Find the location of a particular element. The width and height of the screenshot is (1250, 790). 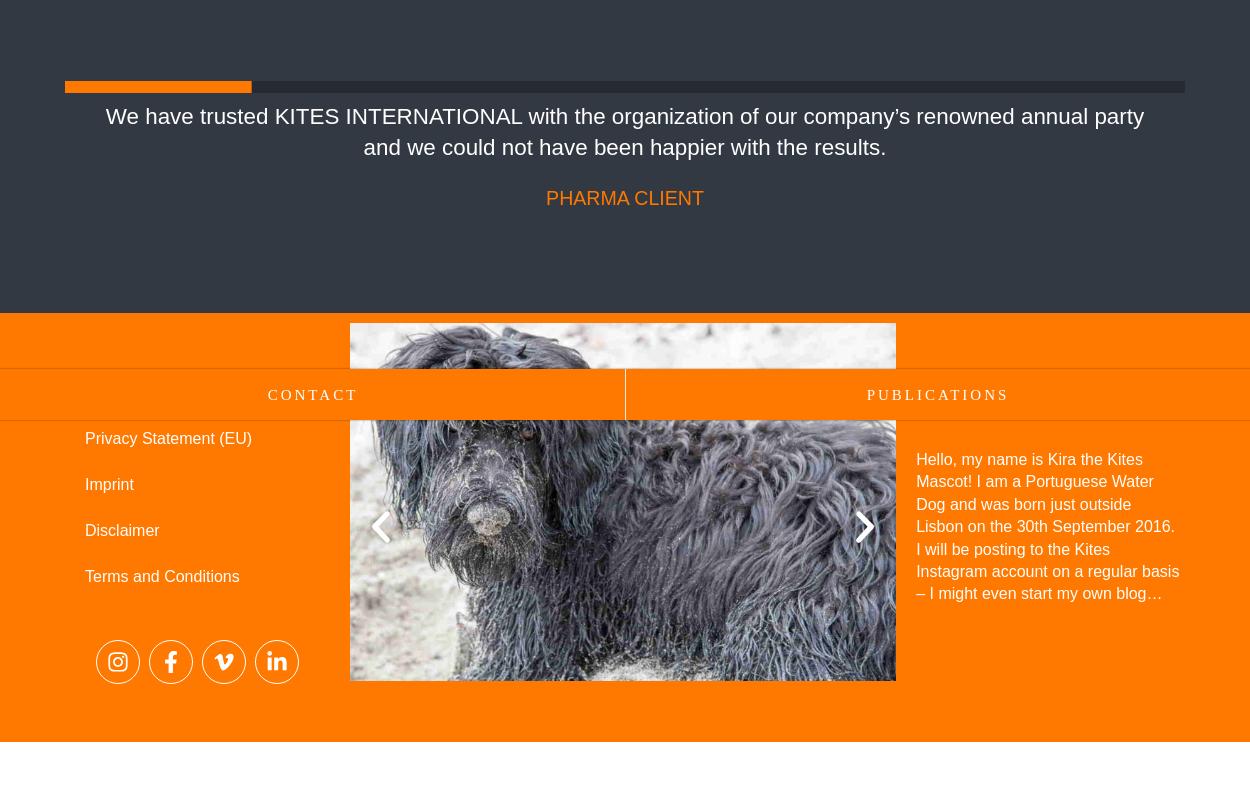

'Disclaimer' is located at coordinates (121, 529).